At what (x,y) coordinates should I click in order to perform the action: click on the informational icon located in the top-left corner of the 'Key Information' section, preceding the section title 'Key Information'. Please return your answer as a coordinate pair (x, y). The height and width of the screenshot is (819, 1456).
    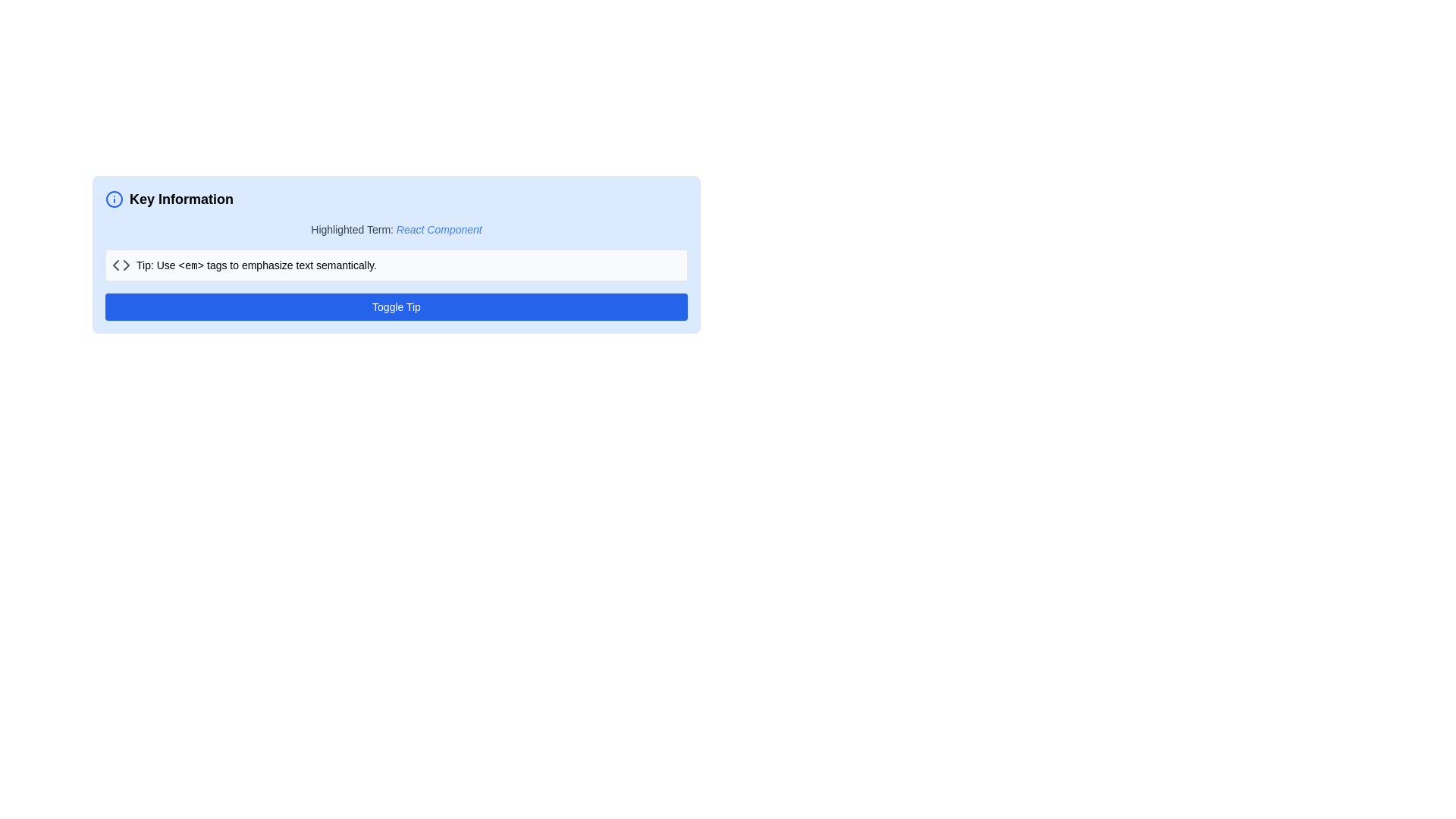
    Looking at the image, I should click on (113, 198).